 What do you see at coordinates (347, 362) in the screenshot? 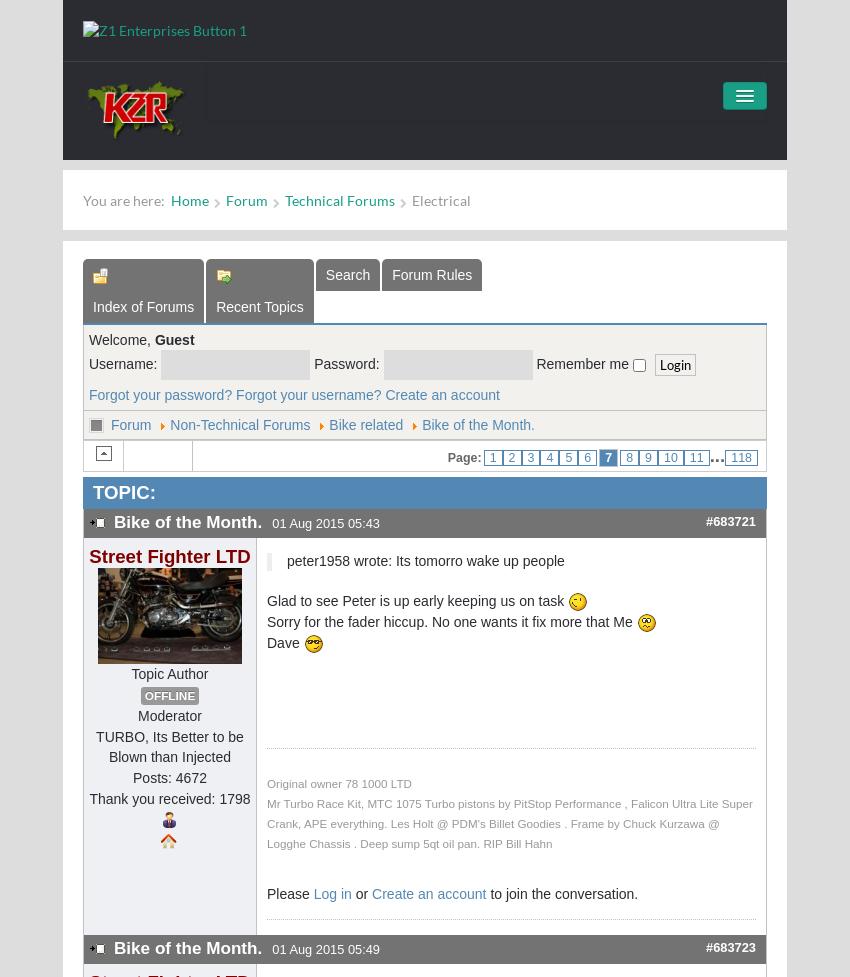
I see `'Password:'` at bounding box center [347, 362].